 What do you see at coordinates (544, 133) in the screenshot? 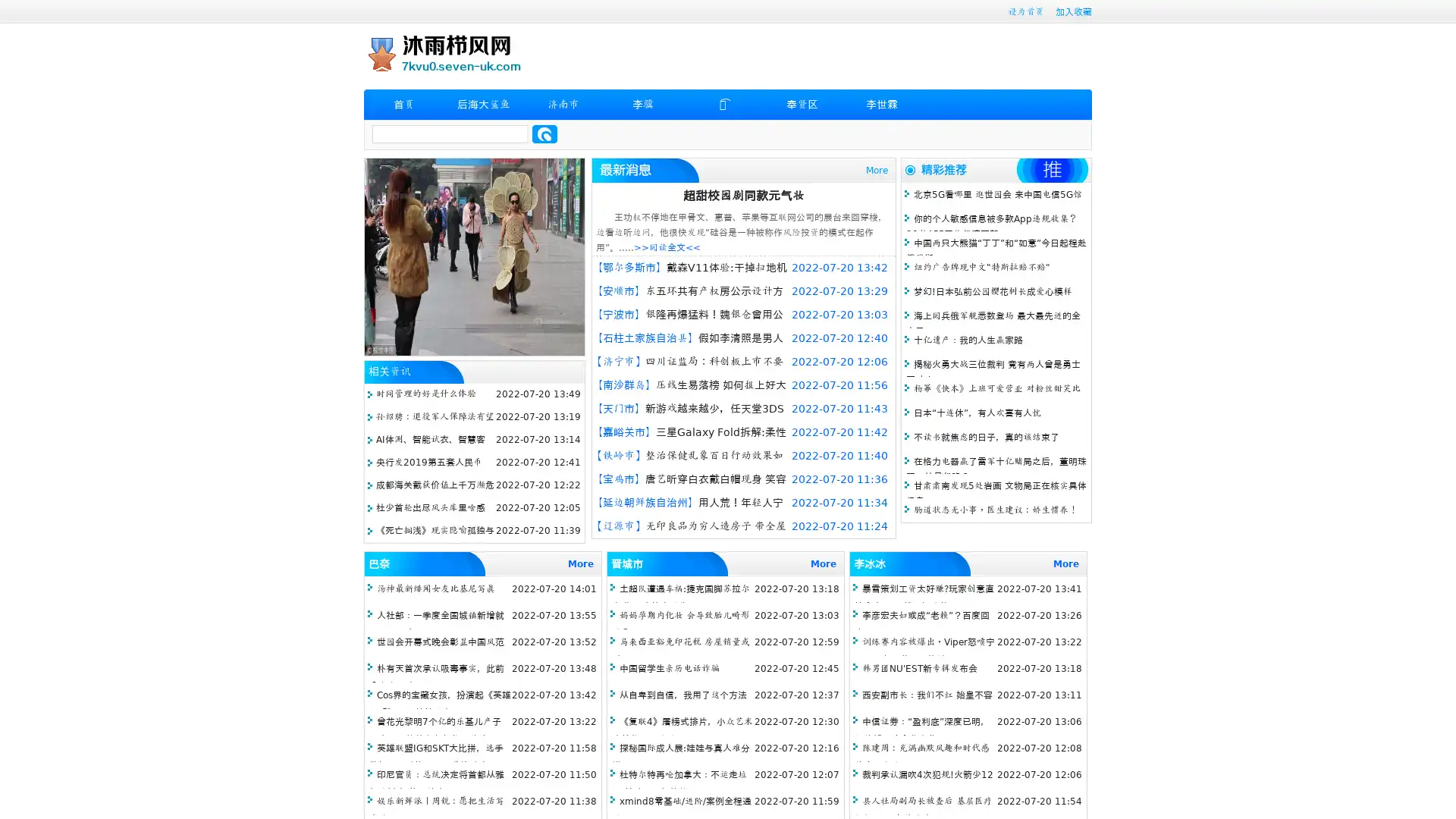
I see `Search` at bounding box center [544, 133].